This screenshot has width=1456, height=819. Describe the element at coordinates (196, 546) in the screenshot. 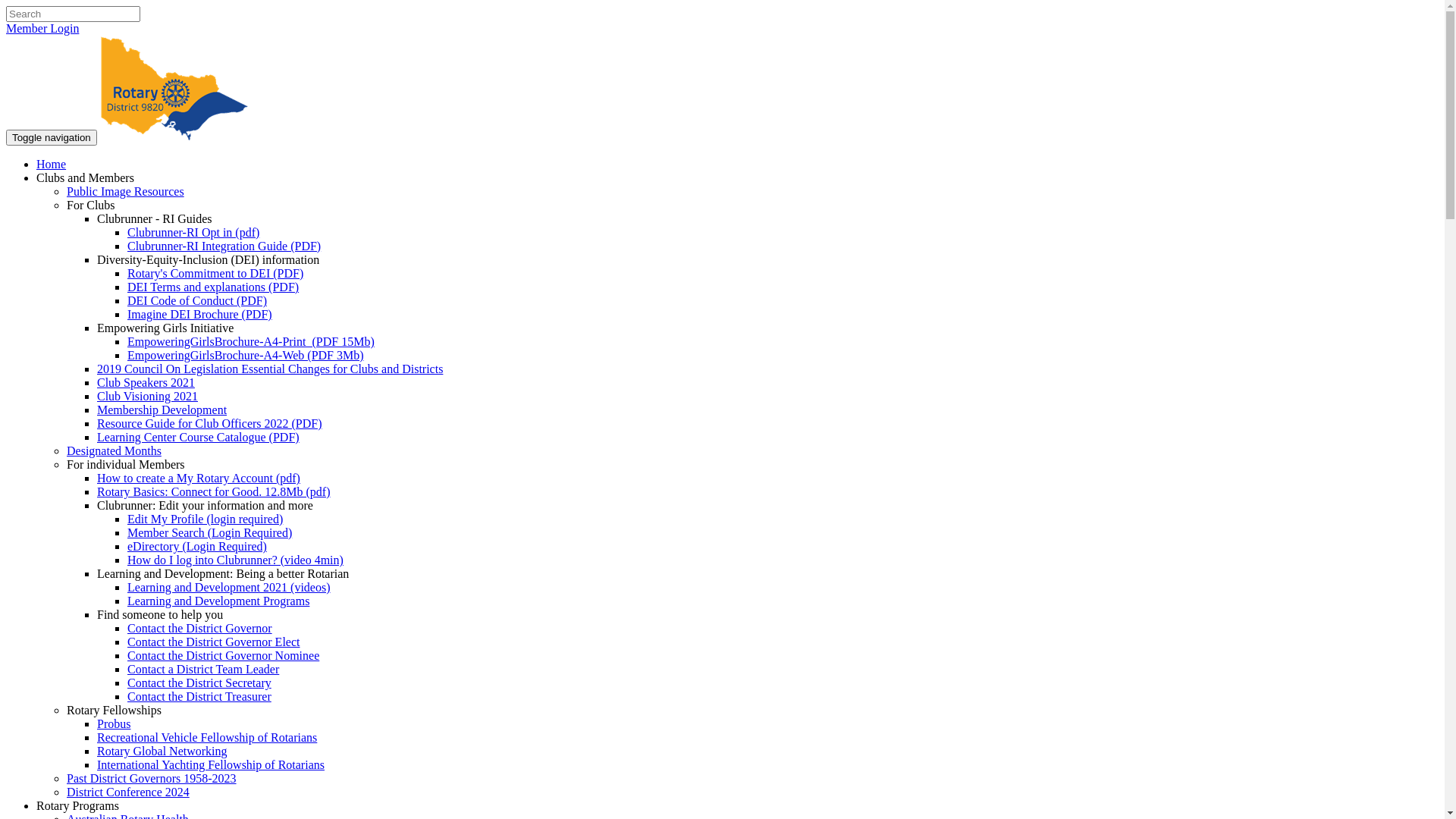

I see `'eDirectory (Login Required)'` at that location.